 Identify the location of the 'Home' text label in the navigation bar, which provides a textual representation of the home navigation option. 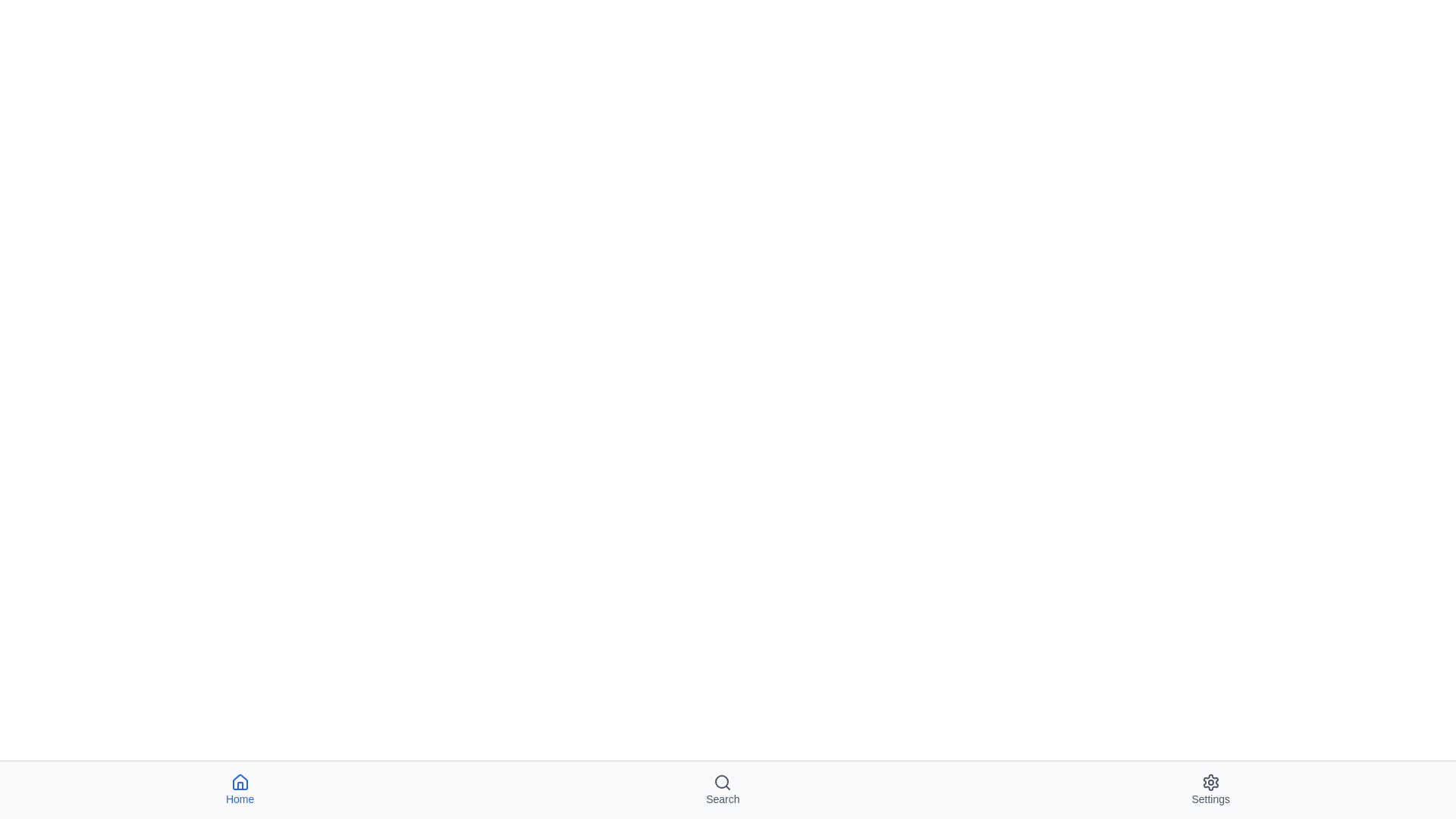
(239, 798).